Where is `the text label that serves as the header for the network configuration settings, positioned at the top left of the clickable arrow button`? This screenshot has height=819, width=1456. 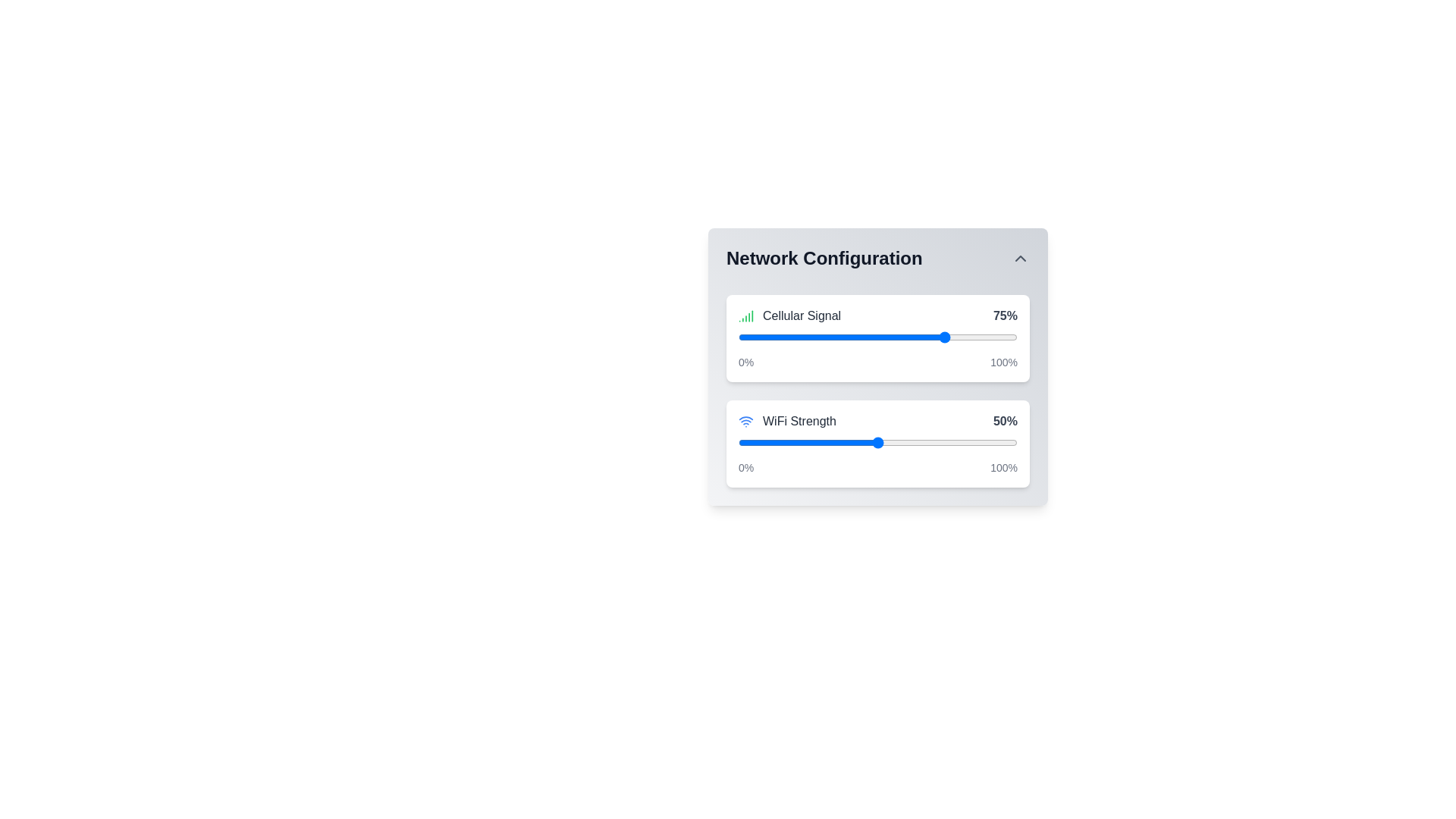 the text label that serves as the header for the network configuration settings, positioned at the top left of the clickable arrow button is located at coordinates (824, 257).